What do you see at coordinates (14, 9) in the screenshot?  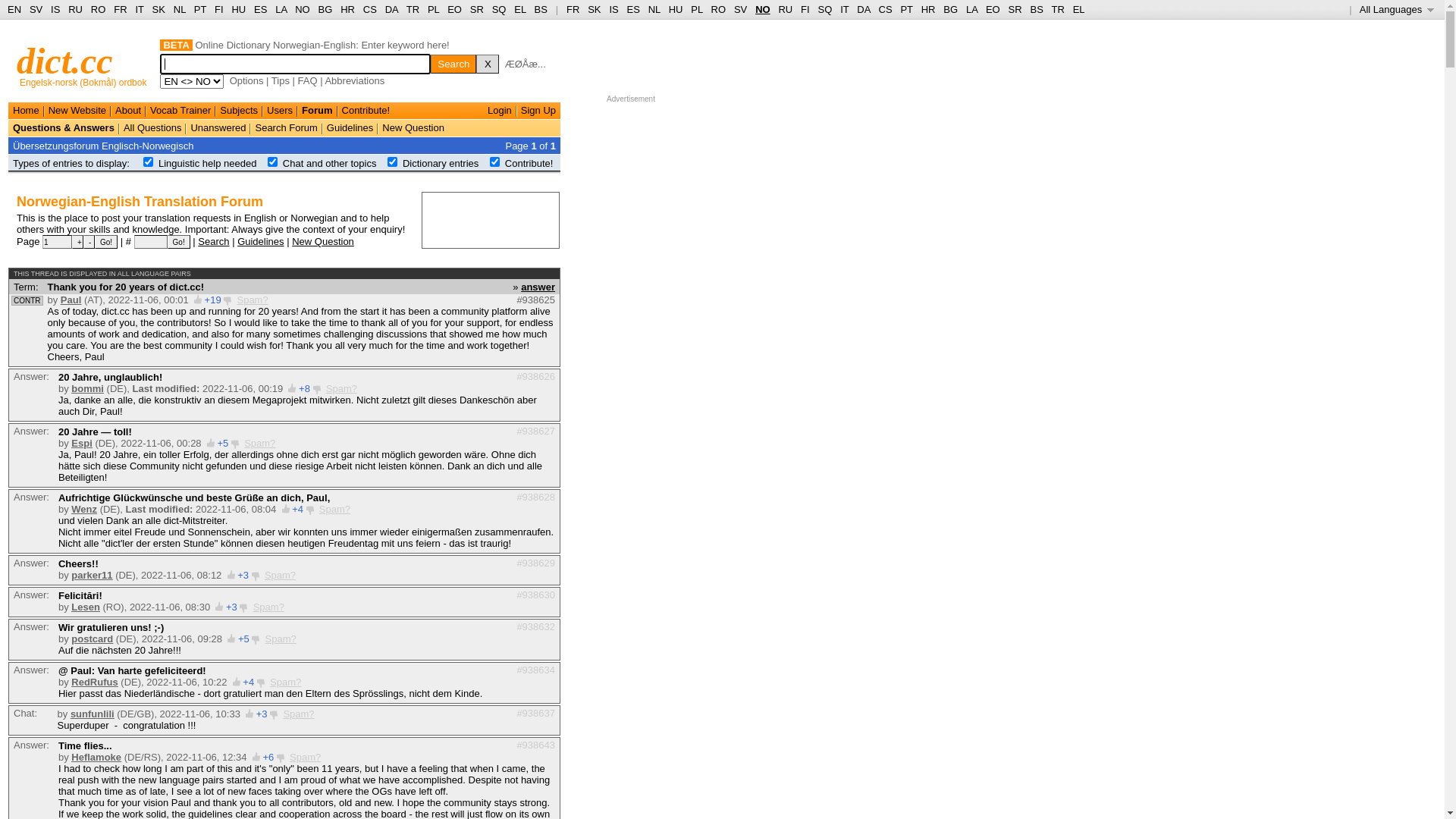 I see `'EN'` at bounding box center [14, 9].